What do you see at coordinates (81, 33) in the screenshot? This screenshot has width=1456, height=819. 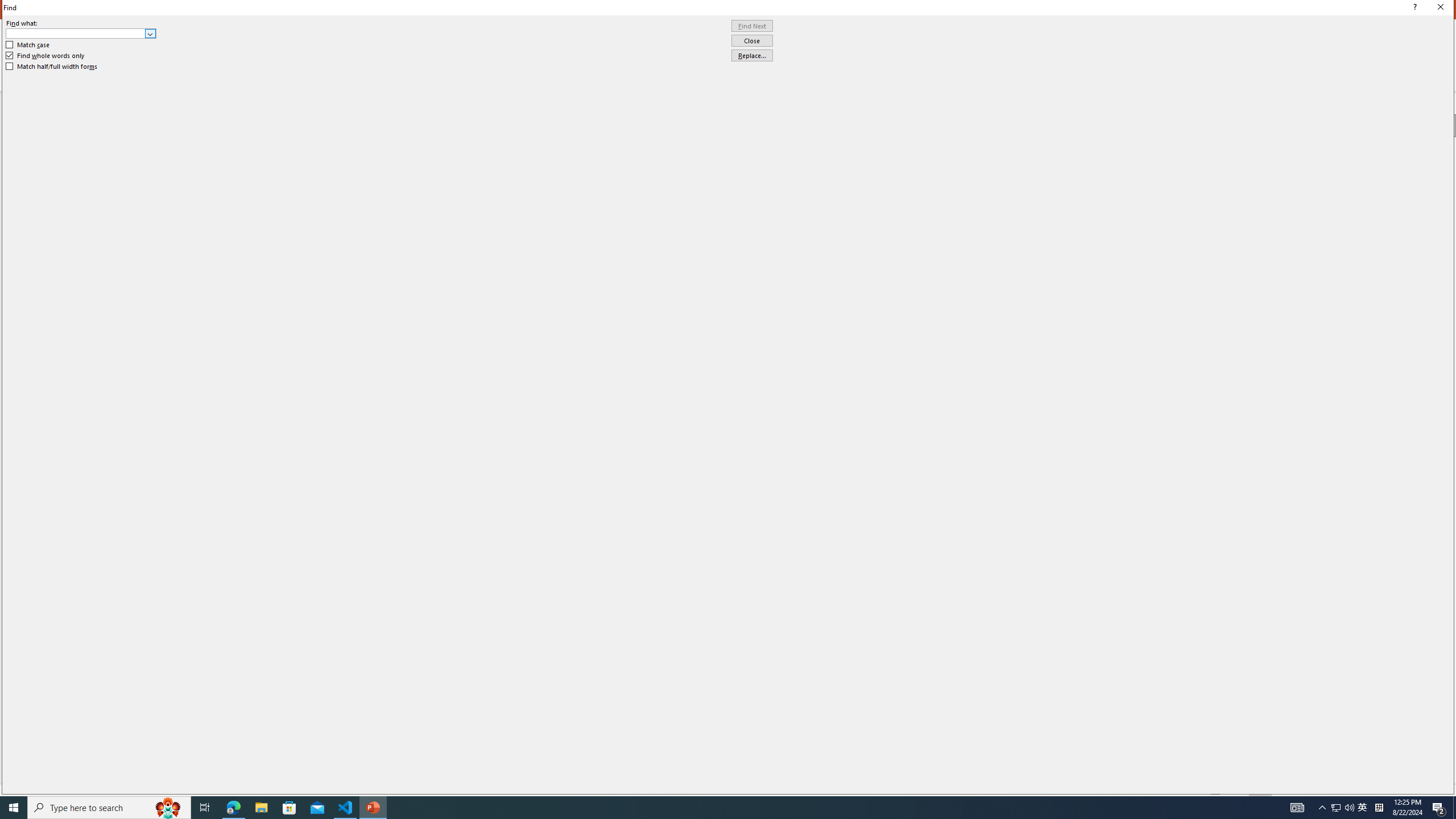 I see `'Find what'` at bounding box center [81, 33].